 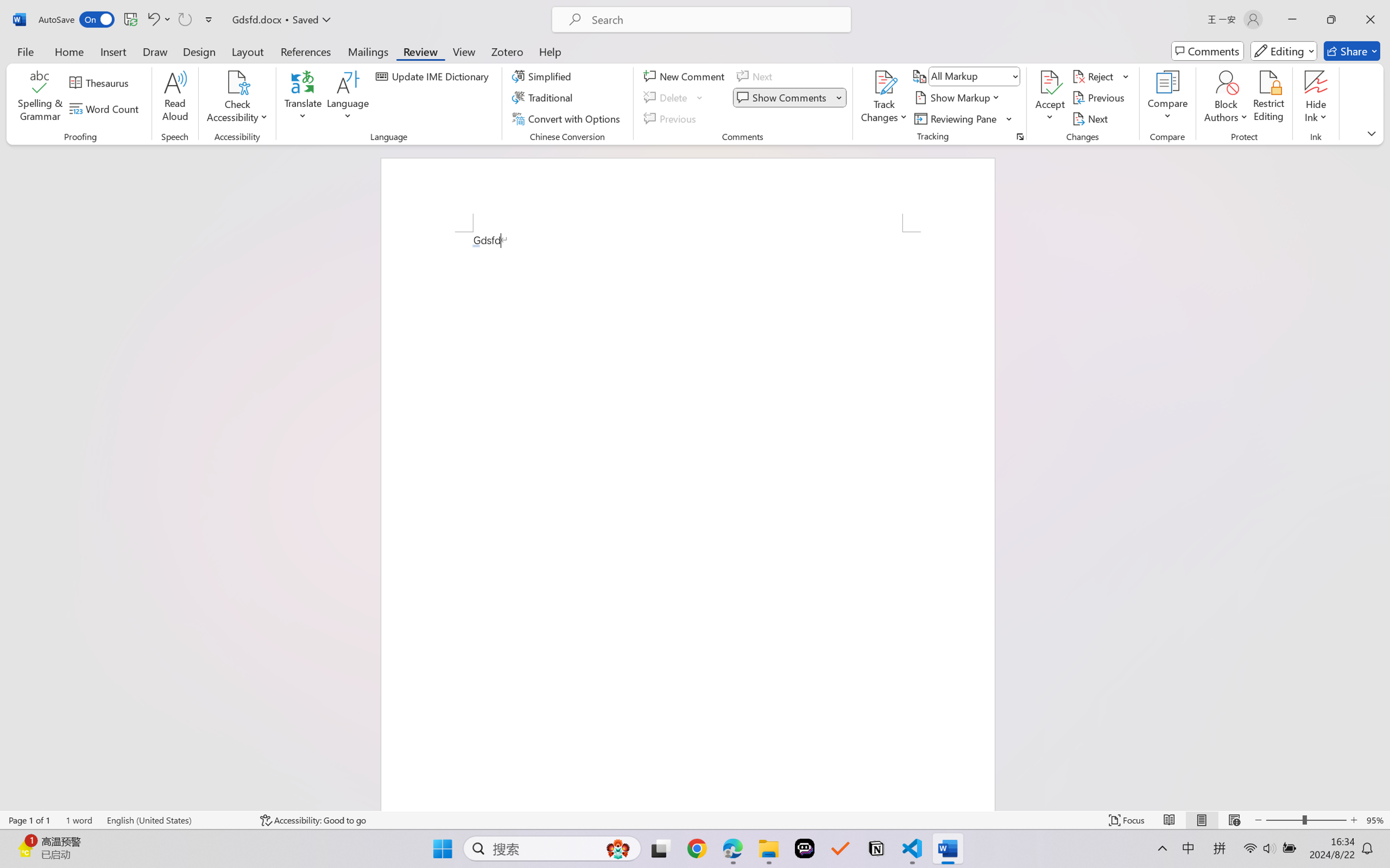 I want to click on 'Show Markup', so click(x=958, y=98).